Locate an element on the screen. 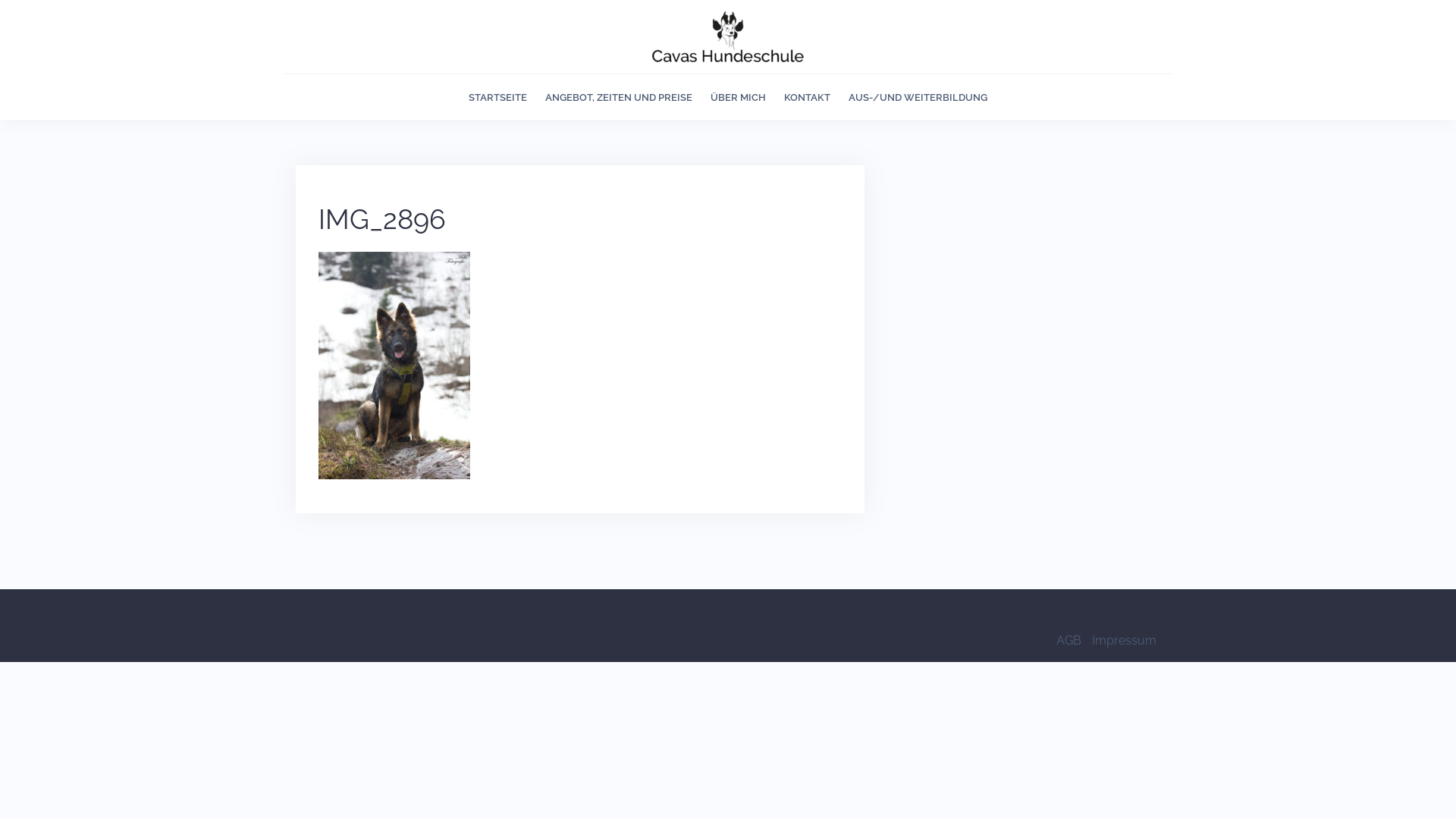 This screenshot has height=819, width=1456. 'KONTAKT' is located at coordinates (806, 98).